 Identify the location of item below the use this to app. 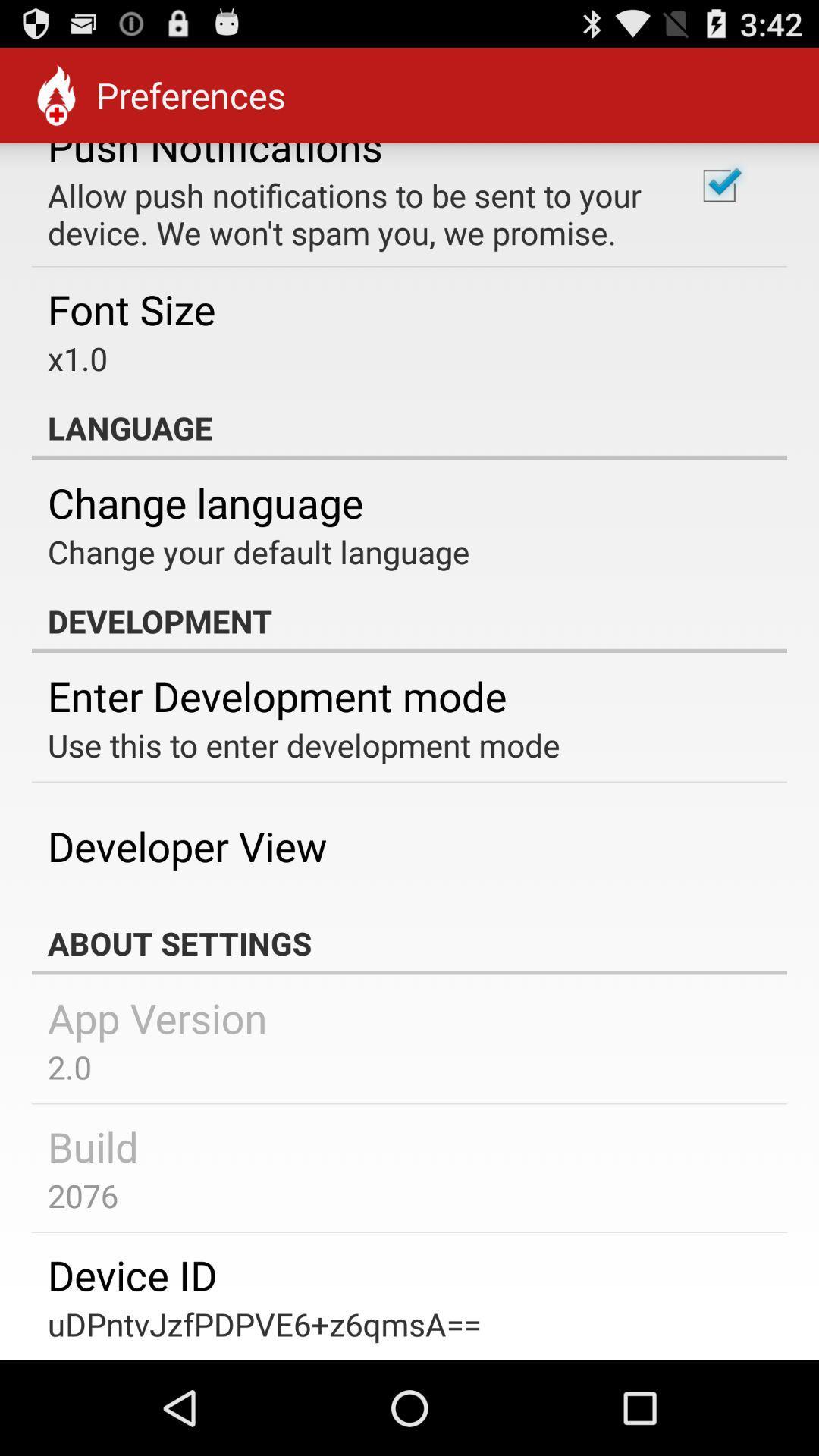
(187, 845).